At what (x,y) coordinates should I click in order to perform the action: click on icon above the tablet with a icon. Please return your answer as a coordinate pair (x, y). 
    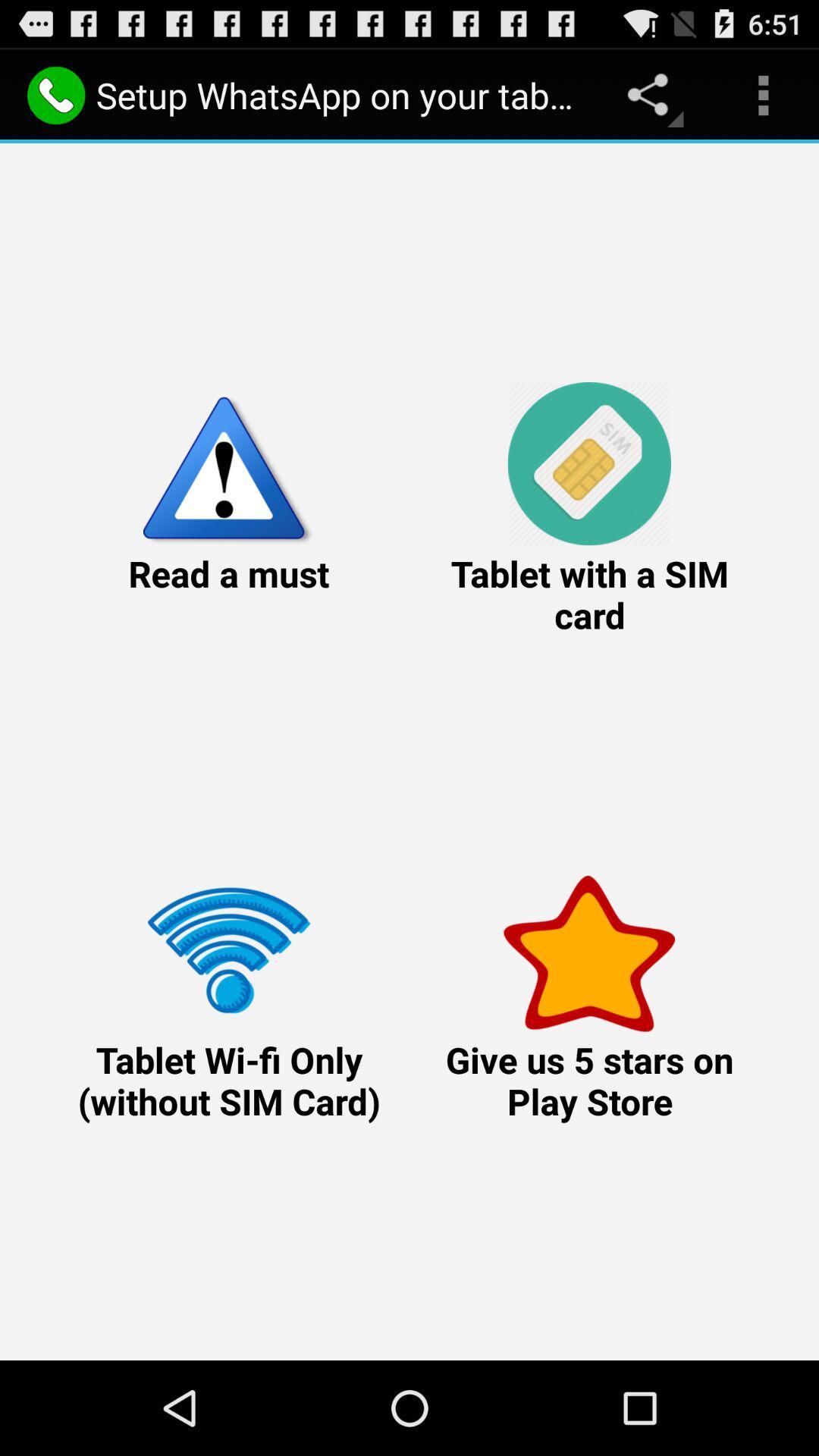
    Looking at the image, I should click on (763, 94).